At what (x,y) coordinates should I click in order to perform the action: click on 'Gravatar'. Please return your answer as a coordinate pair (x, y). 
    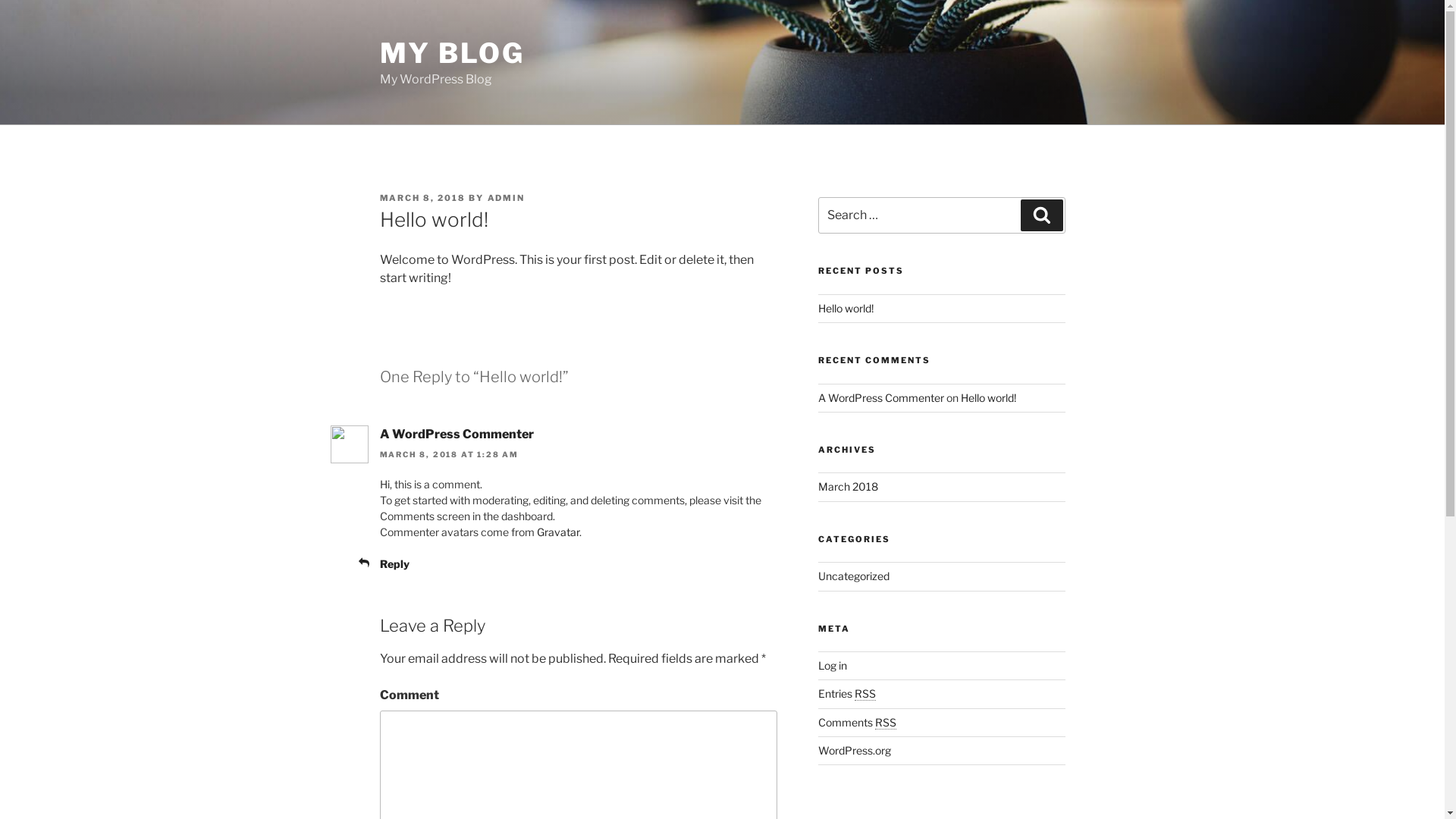
    Looking at the image, I should click on (537, 531).